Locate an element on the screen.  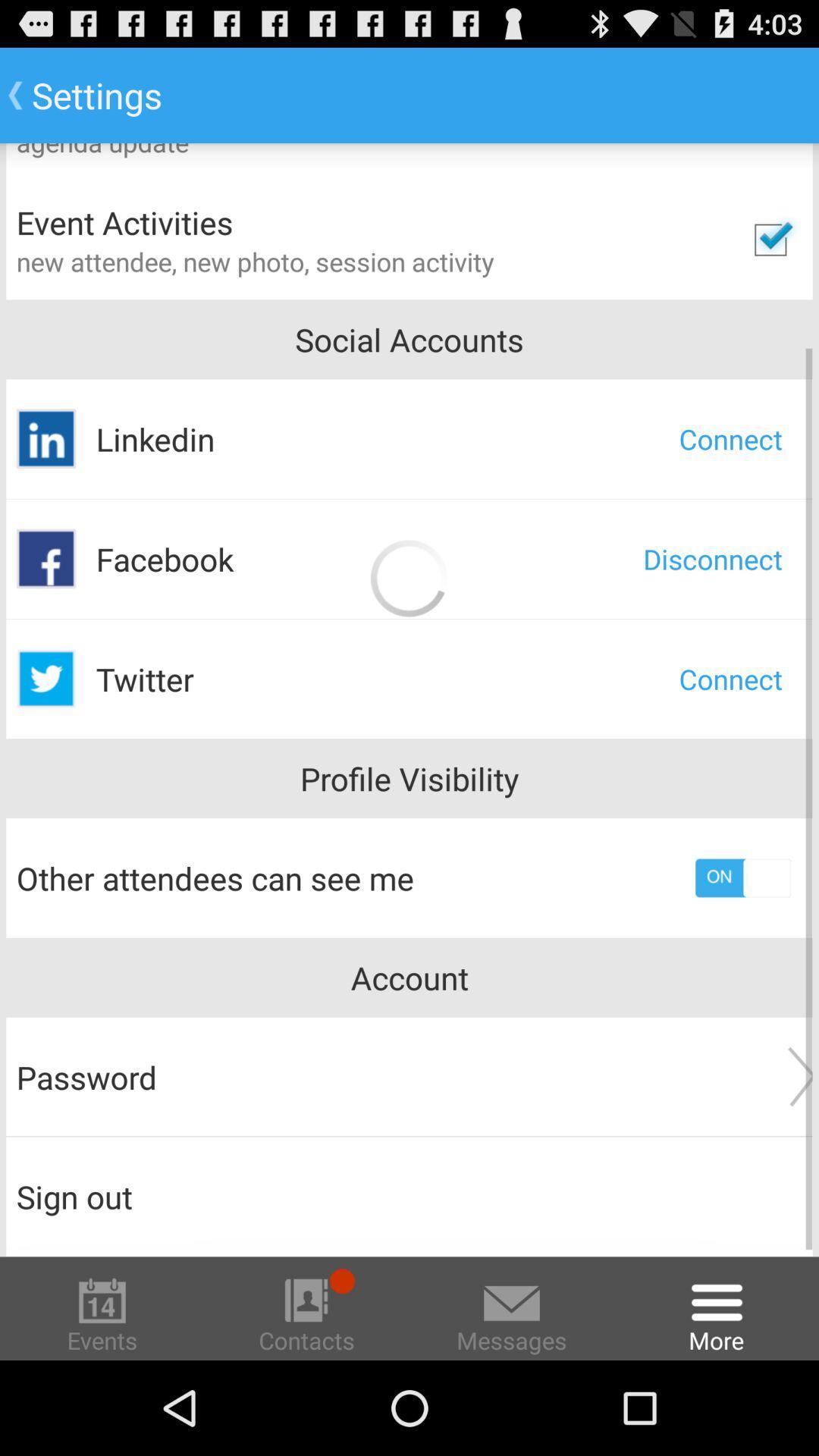
tick option is located at coordinates (770, 239).